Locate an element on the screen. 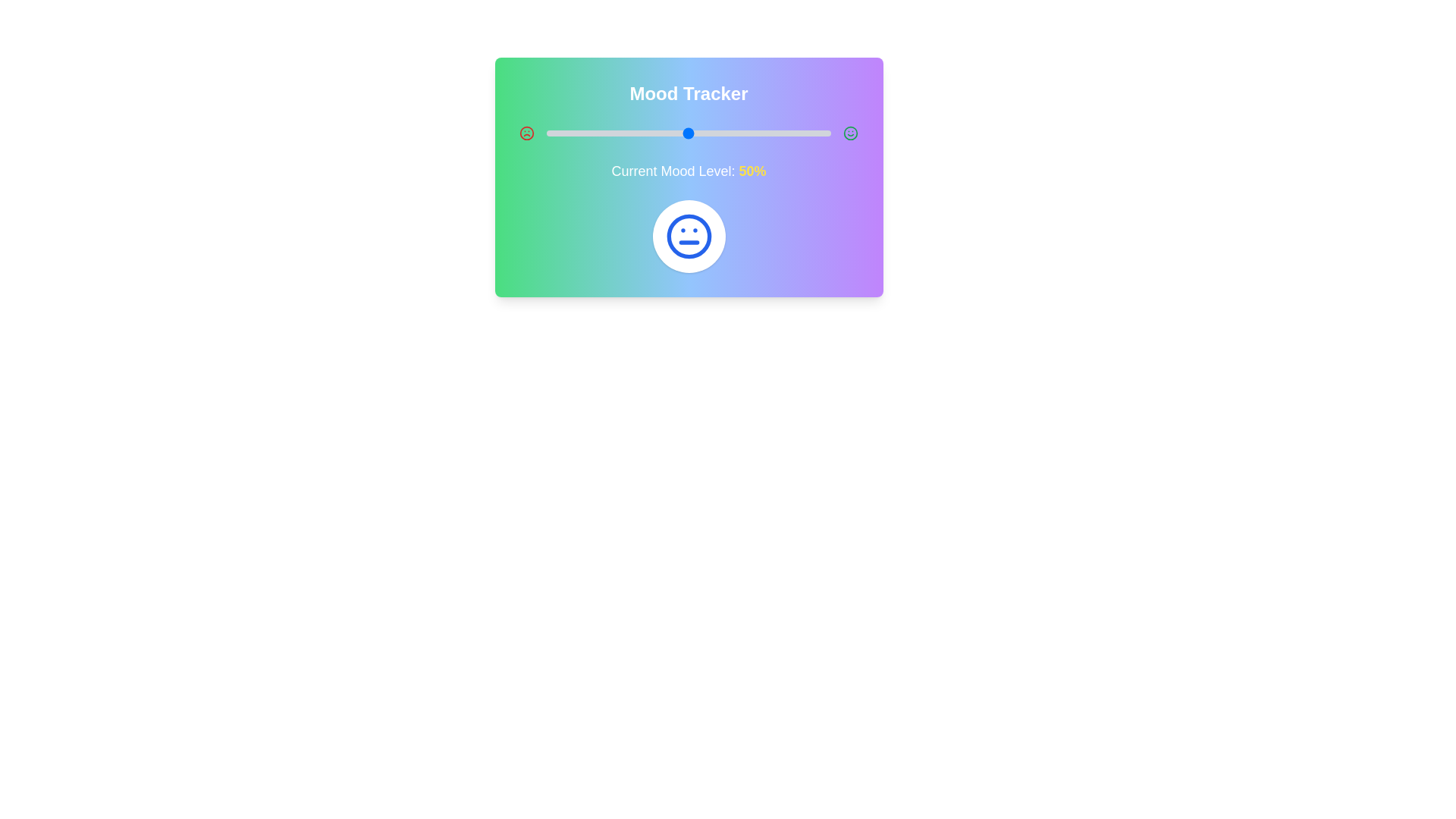 This screenshot has height=819, width=1456. the mood level to 7% by dragging the slider is located at coordinates (565, 133).